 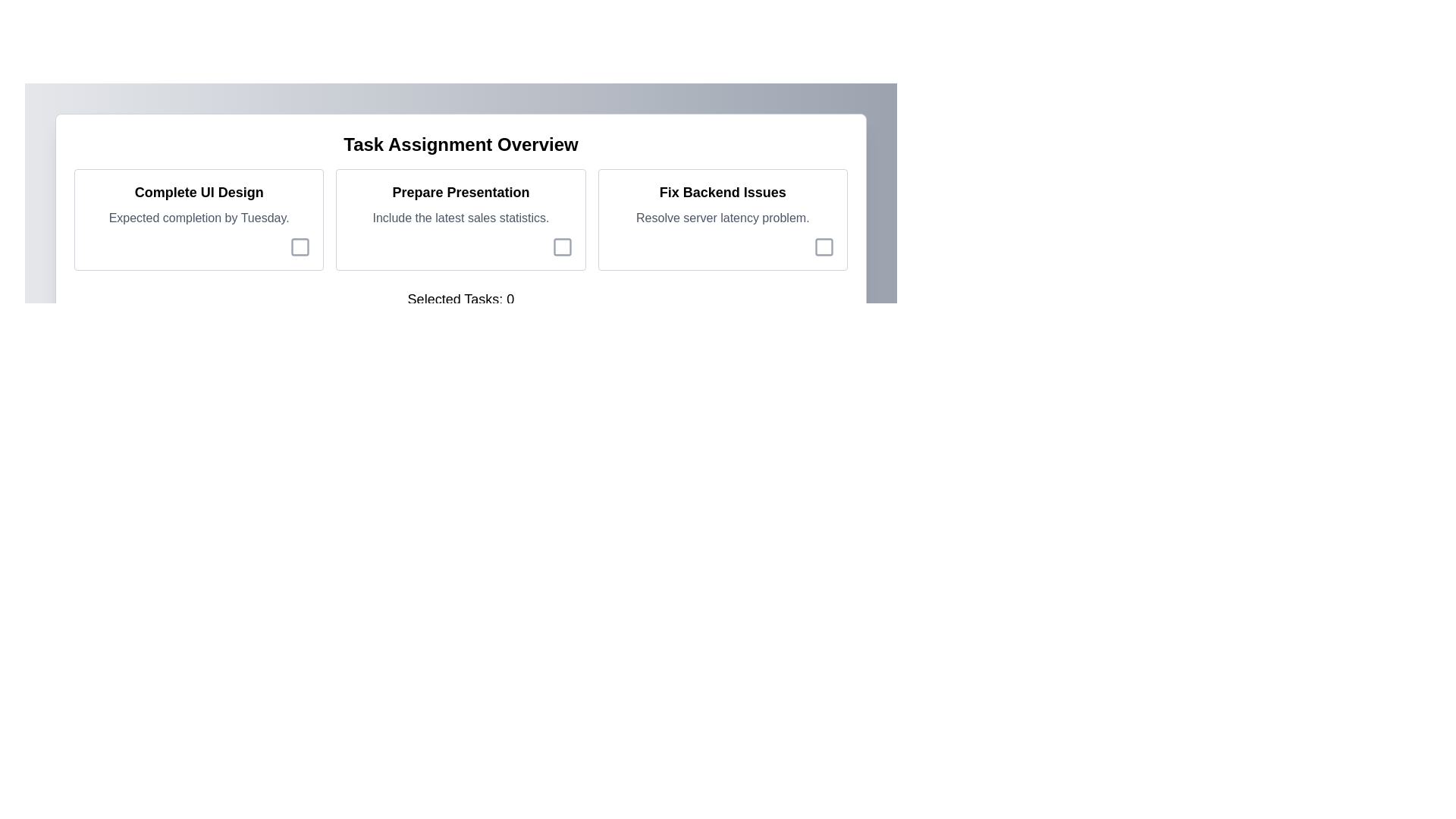 What do you see at coordinates (460, 219) in the screenshot?
I see `the task card labeled 'Prepare Presentation'` at bounding box center [460, 219].